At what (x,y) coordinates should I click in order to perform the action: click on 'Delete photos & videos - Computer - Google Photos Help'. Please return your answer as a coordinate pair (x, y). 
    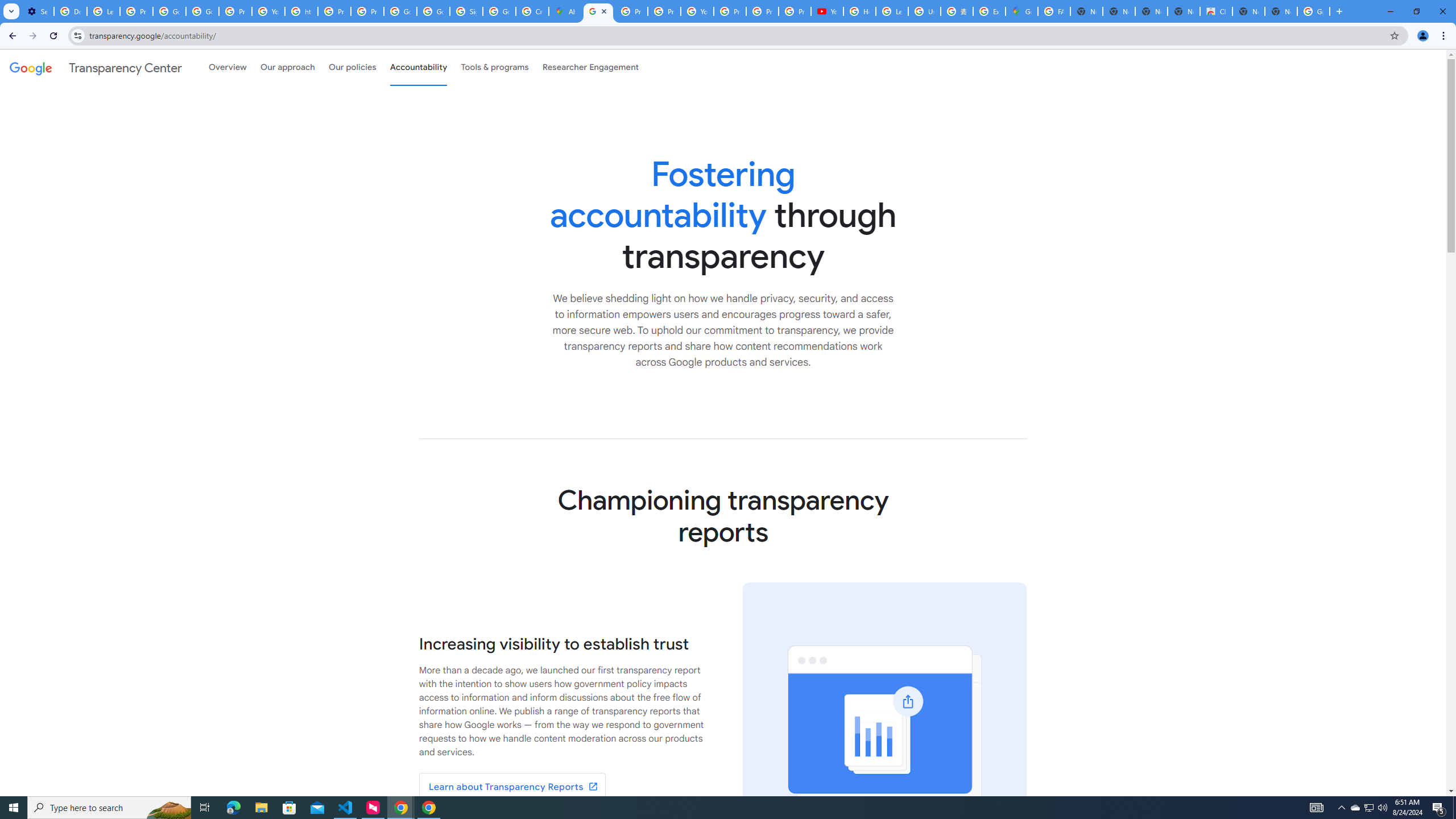
    Looking at the image, I should click on (70, 11).